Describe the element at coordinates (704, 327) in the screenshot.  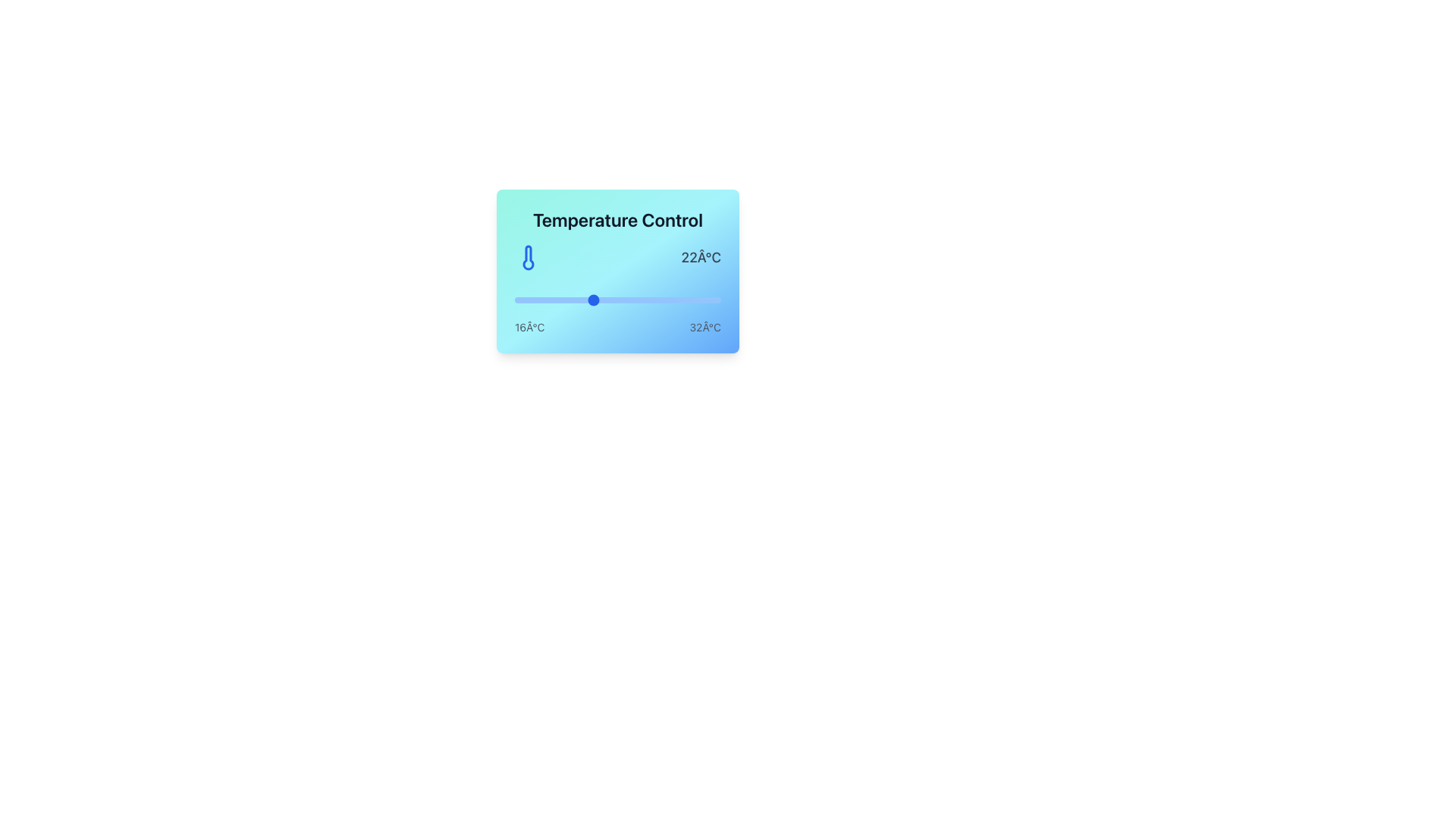
I see `the temperature range upper limit label located in the bottom-right corner of the card component, which follows the '16°C' text element` at that location.